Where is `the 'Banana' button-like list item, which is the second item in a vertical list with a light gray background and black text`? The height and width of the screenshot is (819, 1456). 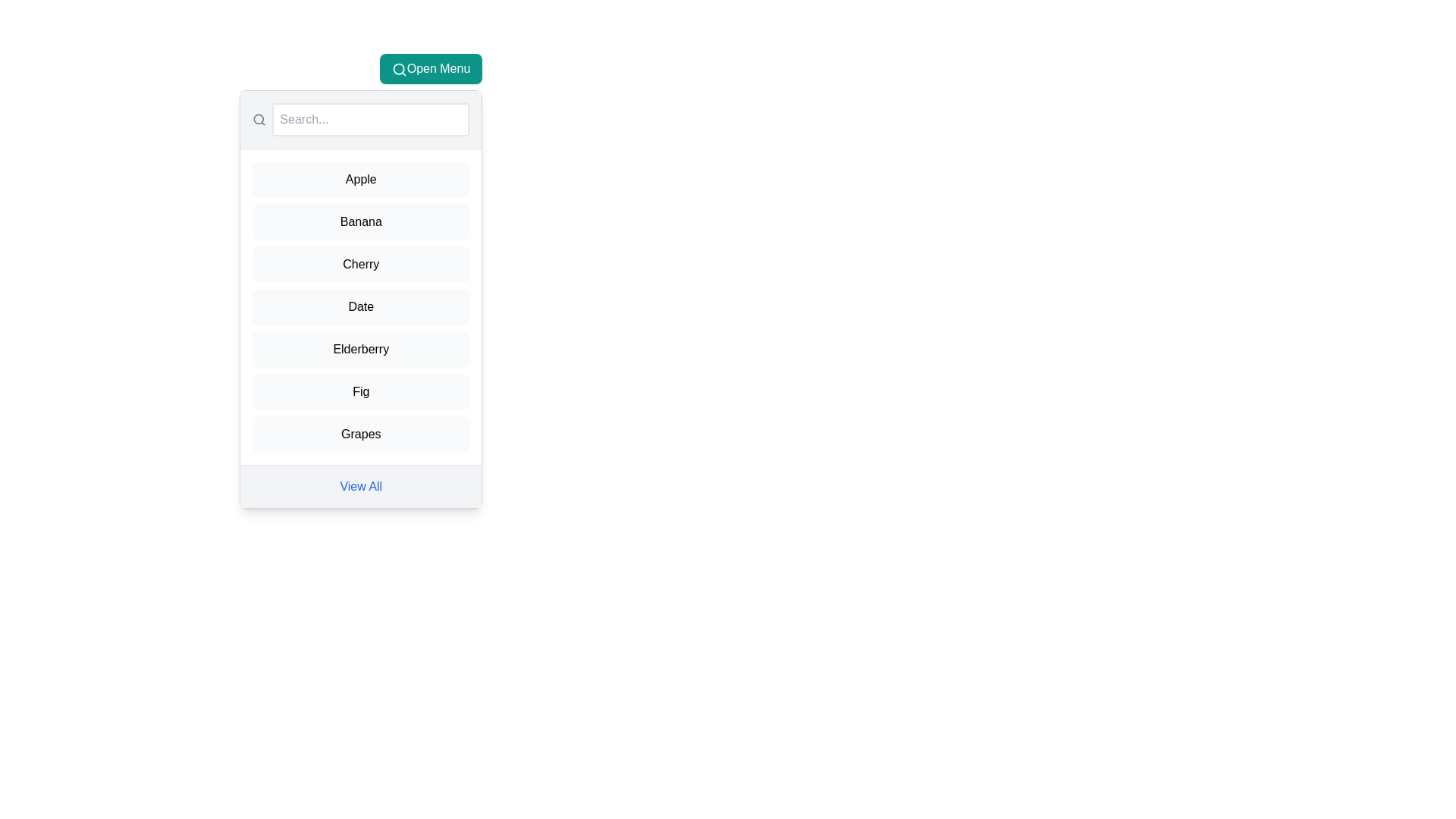 the 'Banana' button-like list item, which is the second item in a vertical list with a light gray background and black text is located at coordinates (360, 222).